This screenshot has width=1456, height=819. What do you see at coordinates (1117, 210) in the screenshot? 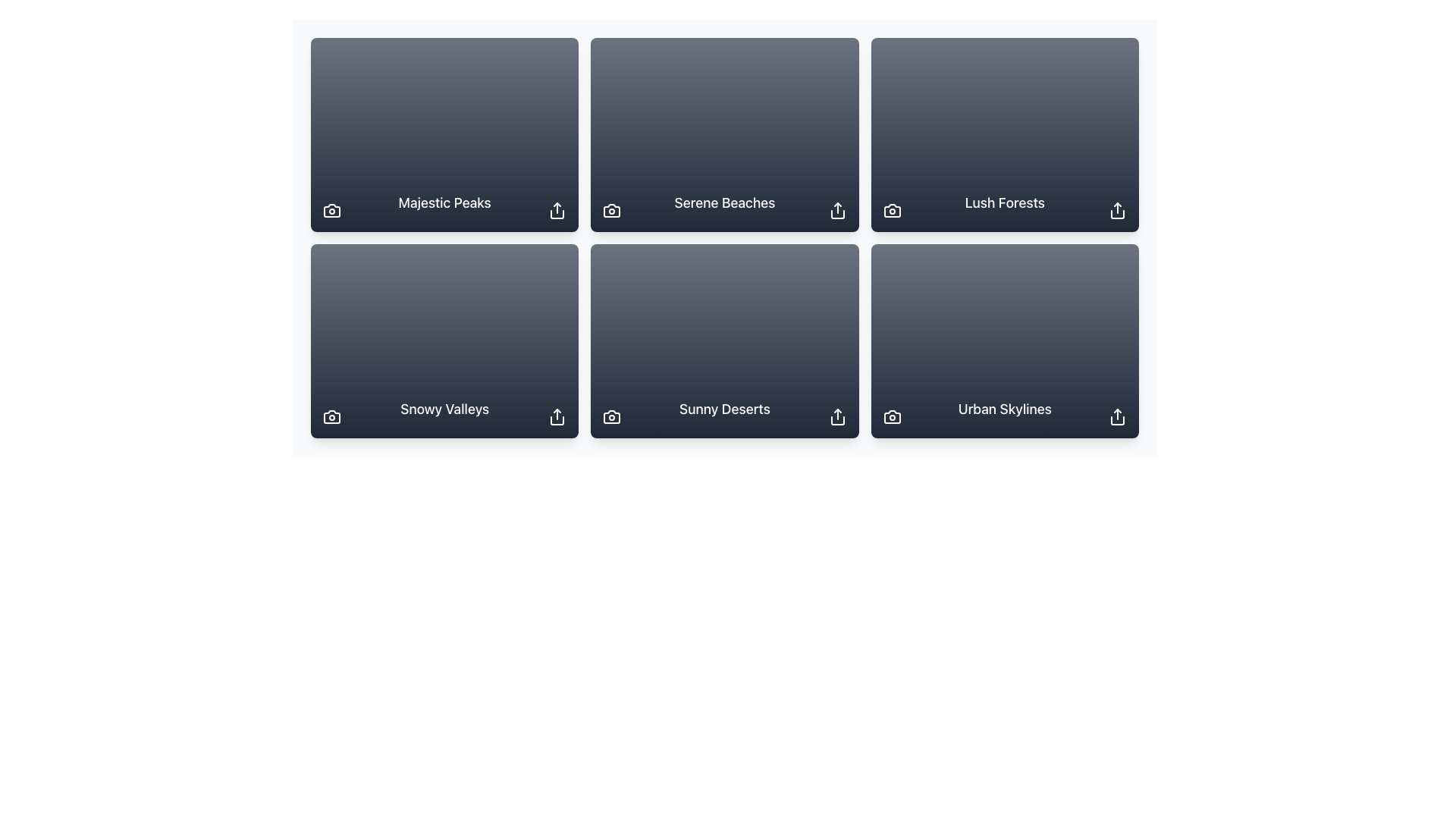
I see `the share icon located at the bottom-right corner of the card labeled 'Lush Forests'` at bounding box center [1117, 210].